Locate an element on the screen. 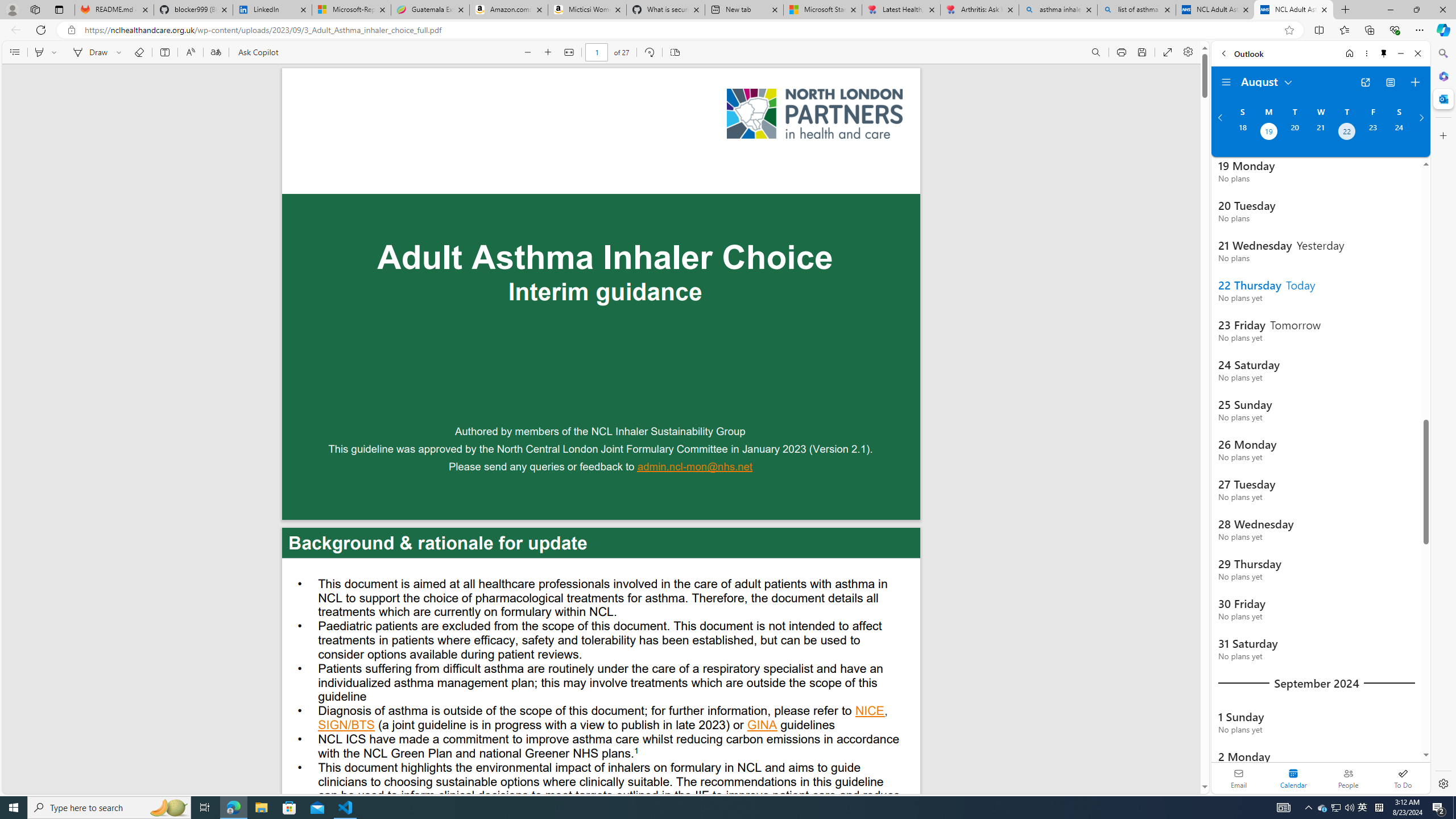 Image resolution: width=1456 pixels, height=819 pixels. 'Zoom out (Ctrl+Minus key)' is located at coordinates (528, 52).